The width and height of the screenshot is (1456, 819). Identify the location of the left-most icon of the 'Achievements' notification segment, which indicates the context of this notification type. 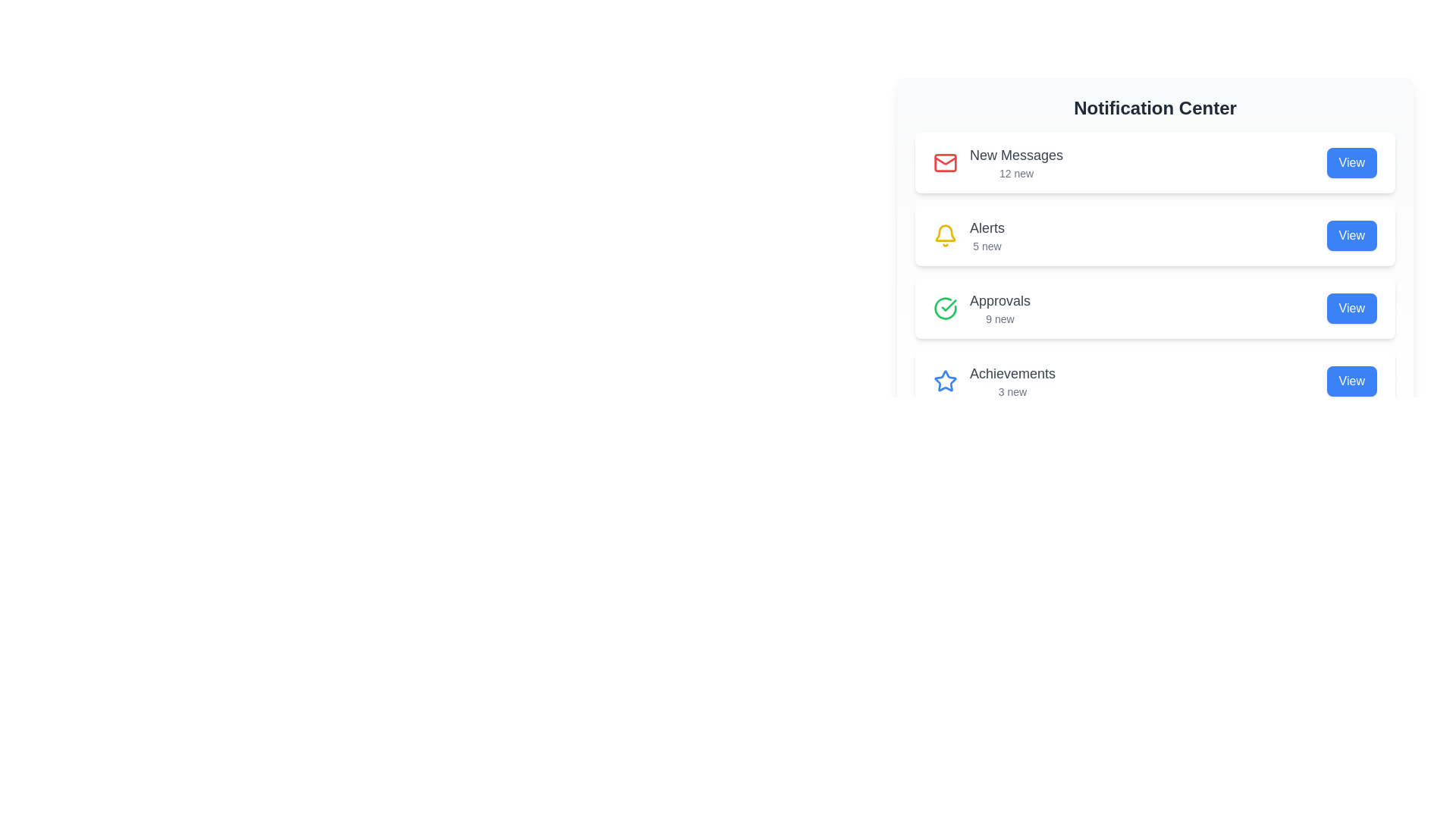
(945, 380).